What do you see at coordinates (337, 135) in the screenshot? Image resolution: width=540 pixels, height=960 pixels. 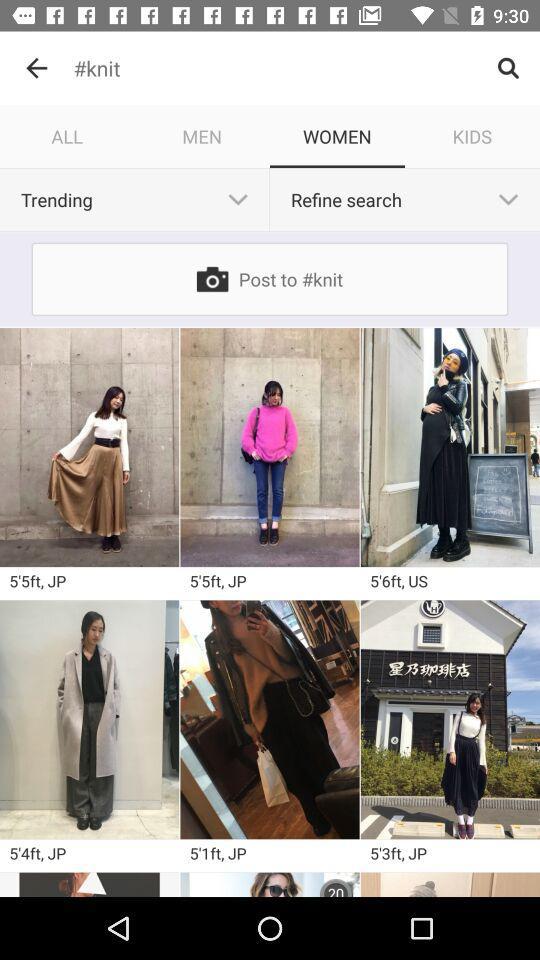 I see `the women` at bounding box center [337, 135].